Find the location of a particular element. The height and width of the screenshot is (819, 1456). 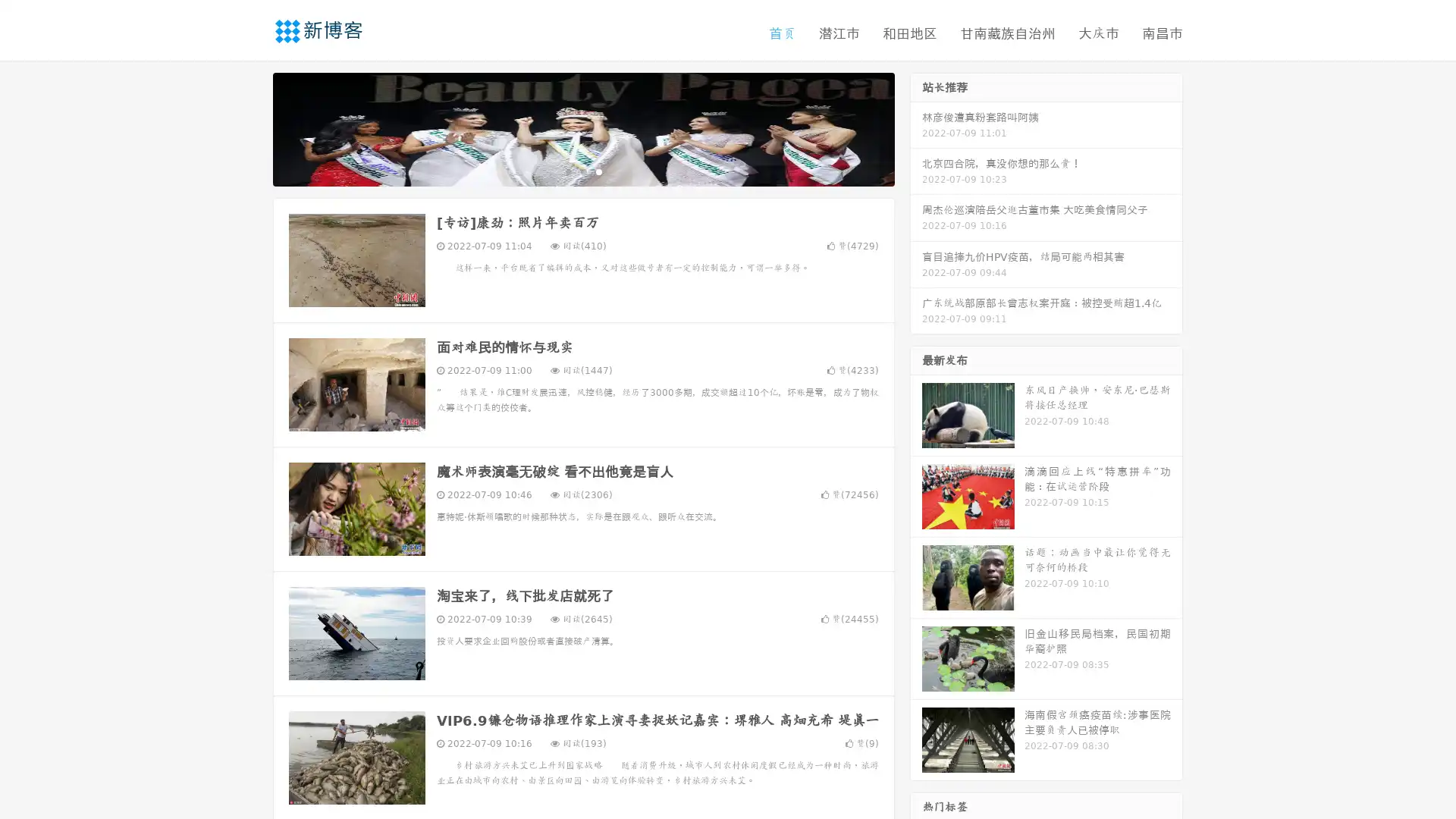

Go to slide 2 is located at coordinates (582, 171).